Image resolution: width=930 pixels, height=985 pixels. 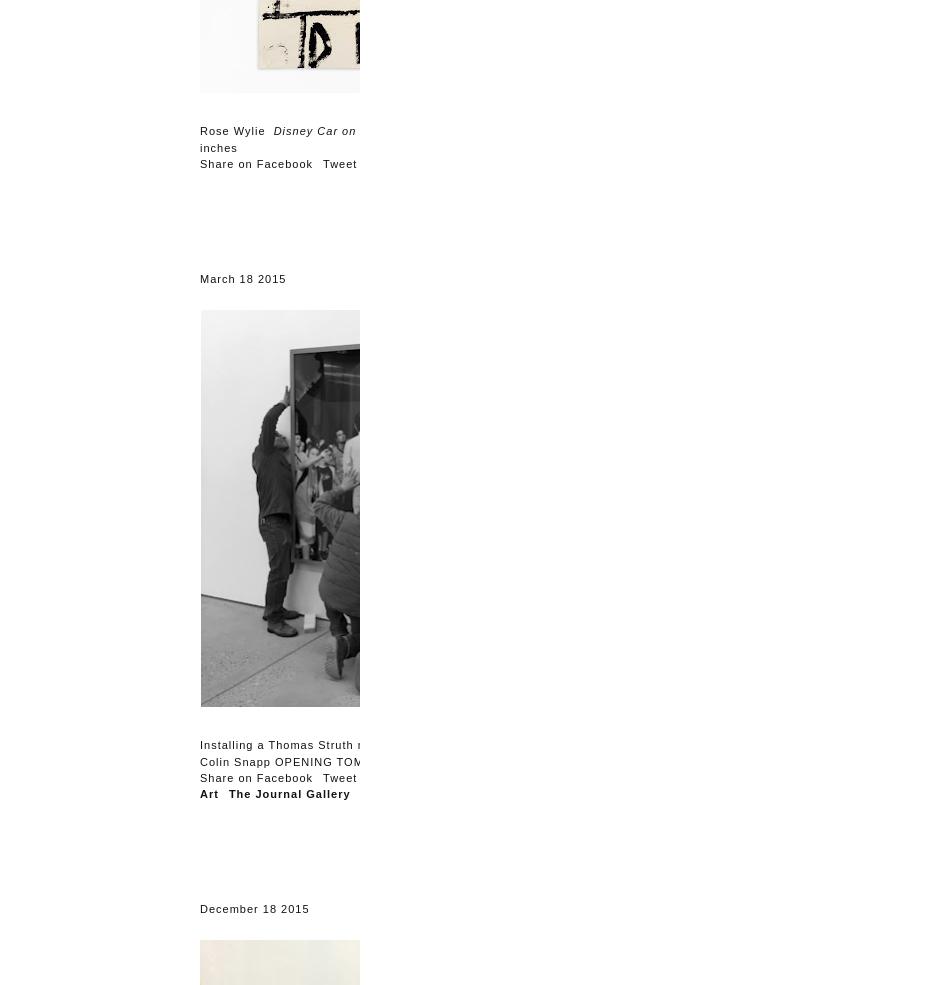 I want to click on 'City Limit', so click(x=390, y=792).